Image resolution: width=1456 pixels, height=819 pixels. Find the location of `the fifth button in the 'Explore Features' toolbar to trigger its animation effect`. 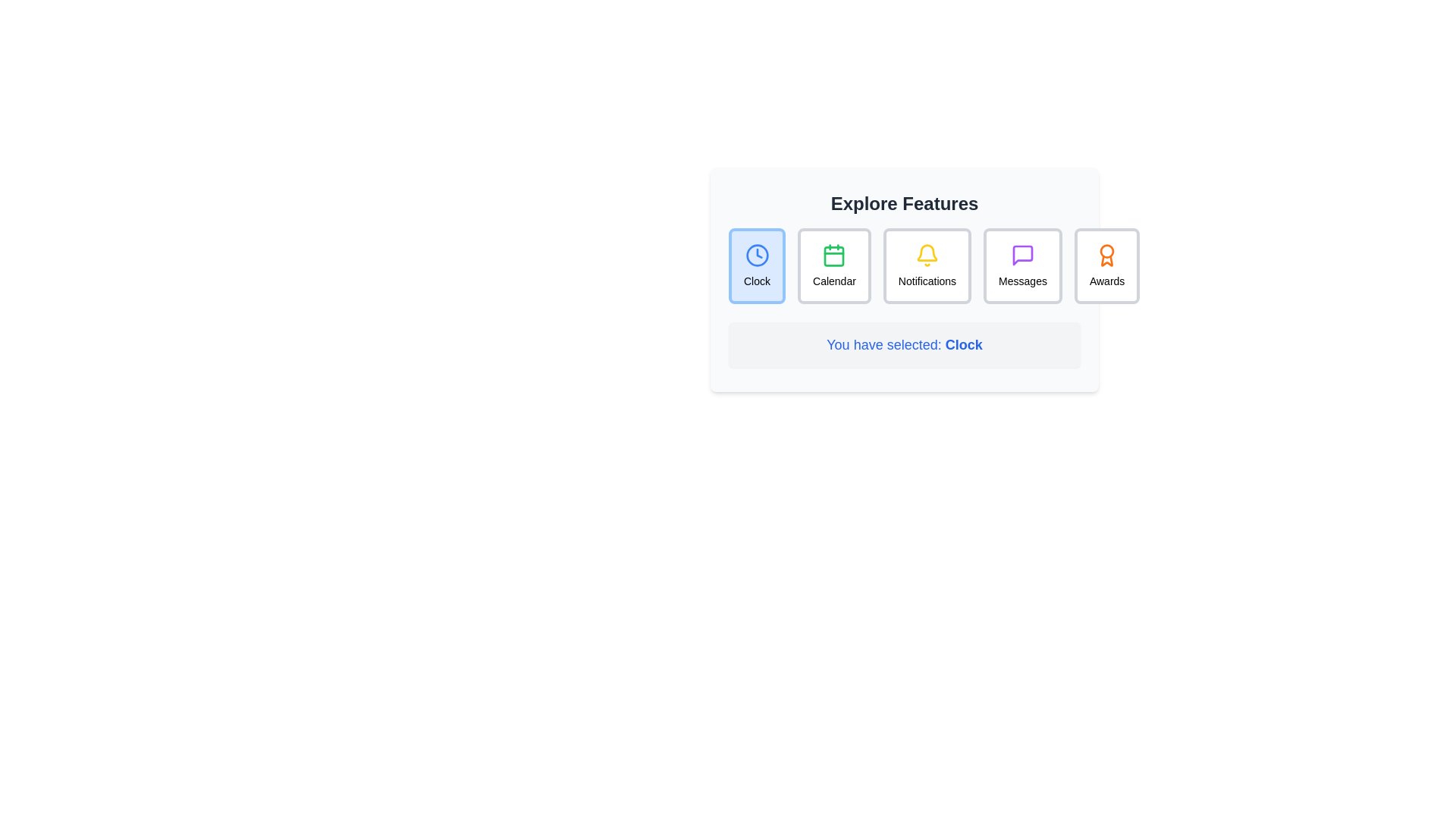

the fifth button in the 'Explore Features' toolbar to trigger its animation effect is located at coordinates (1107, 265).